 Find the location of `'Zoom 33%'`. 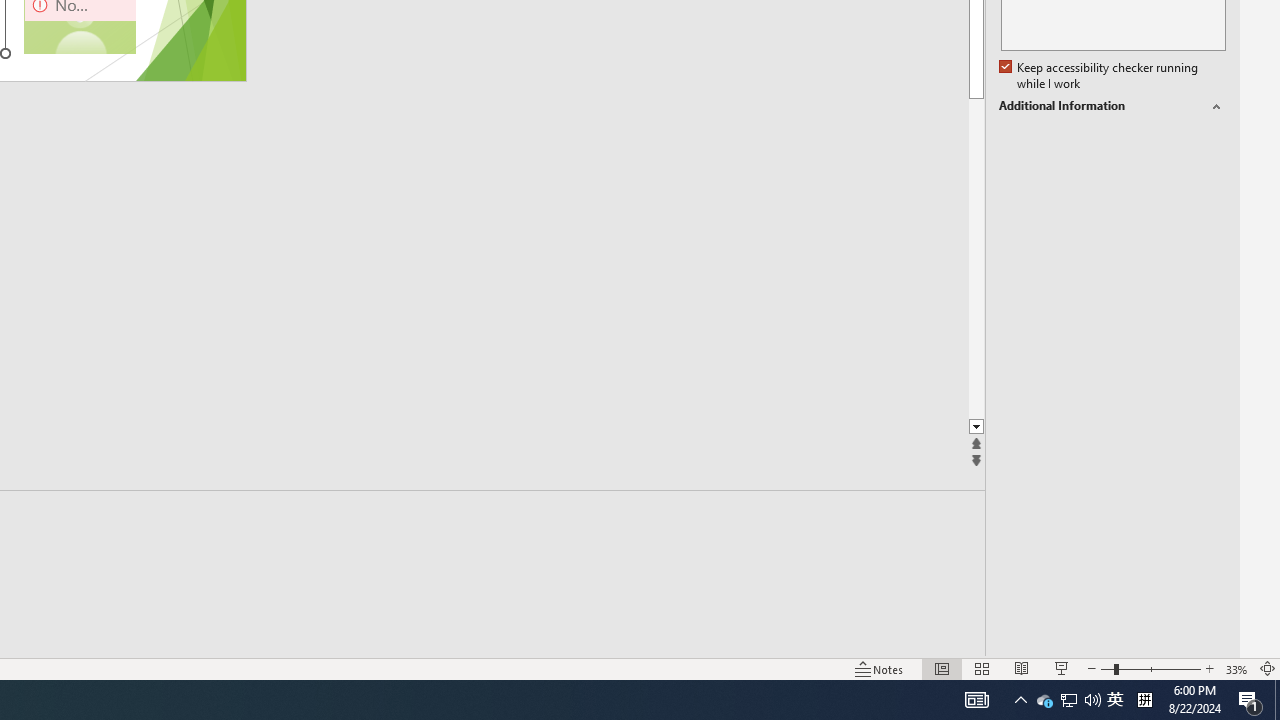

'Zoom 33%' is located at coordinates (1236, 669).